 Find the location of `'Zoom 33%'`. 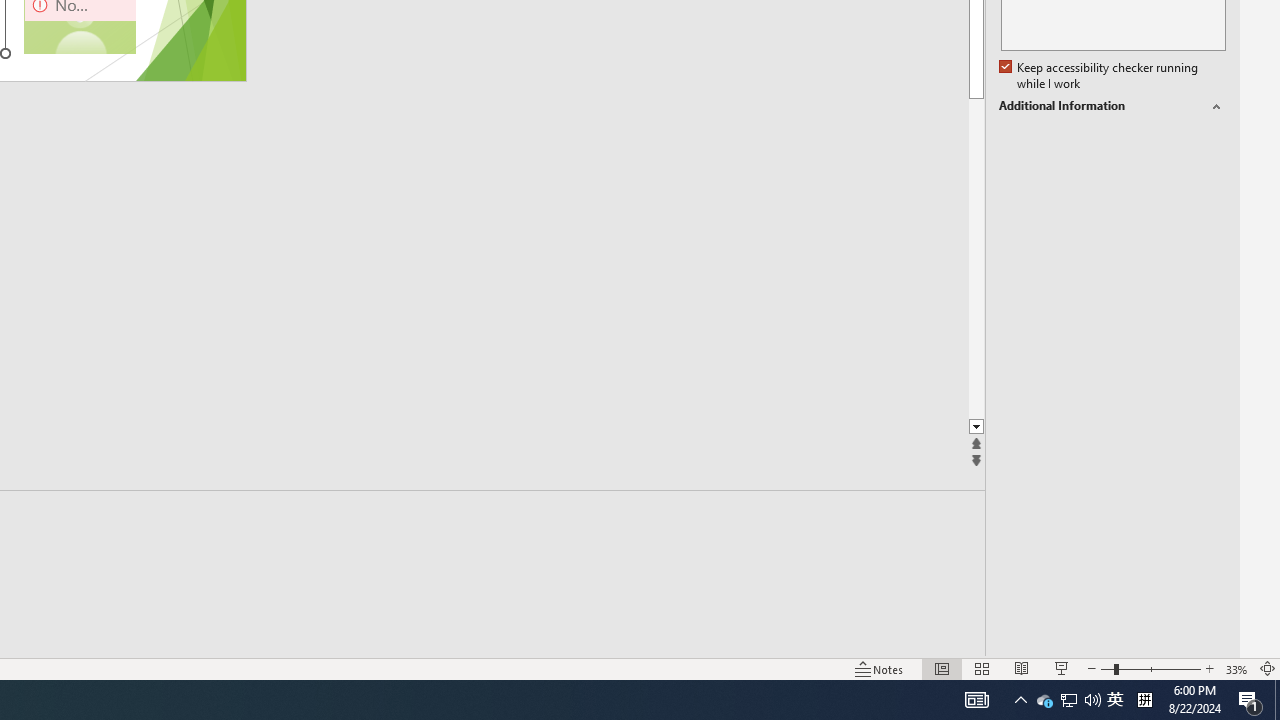

'Zoom 33%' is located at coordinates (1236, 669).